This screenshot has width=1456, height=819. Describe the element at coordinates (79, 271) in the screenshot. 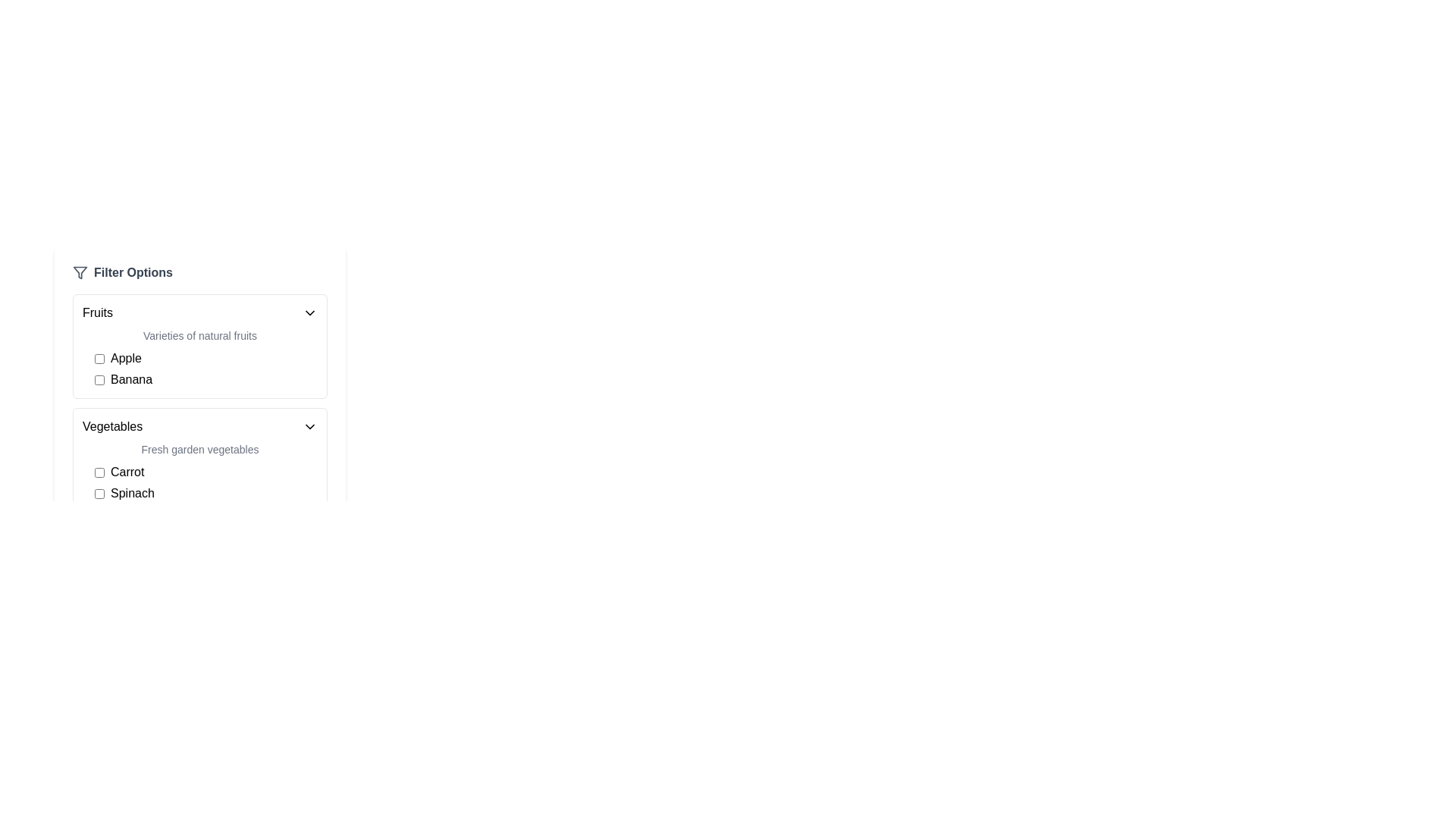

I see `the filtering indicator icon located immediately to the left of the 'Filter Options' text at the top of the filter's interface` at that location.